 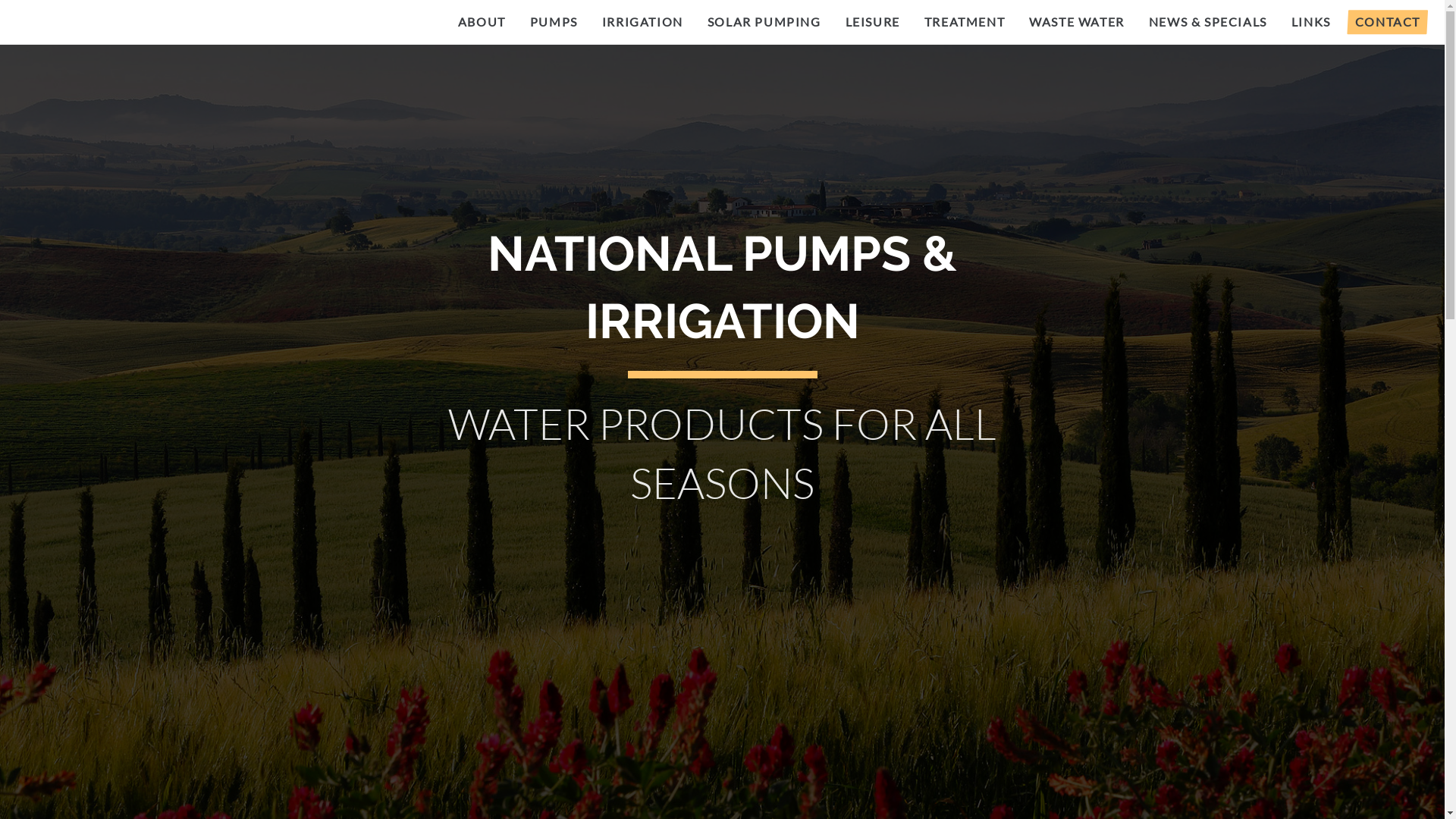 What do you see at coordinates (1387, 22) in the screenshot?
I see `'CONTACT'` at bounding box center [1387, 22].